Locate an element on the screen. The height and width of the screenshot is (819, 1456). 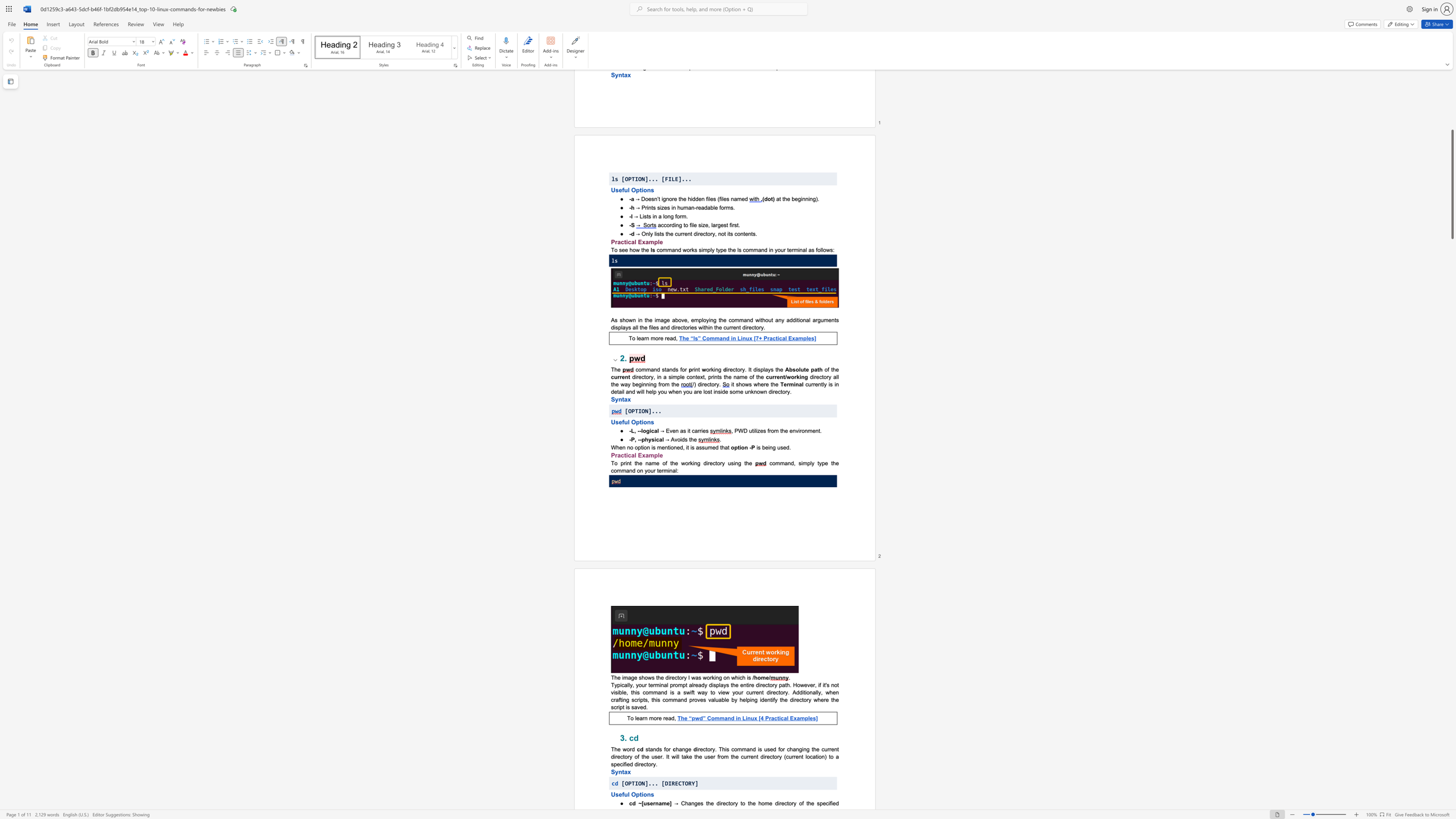
the 2th character "i" in the text is located at coordinates (669, 470).